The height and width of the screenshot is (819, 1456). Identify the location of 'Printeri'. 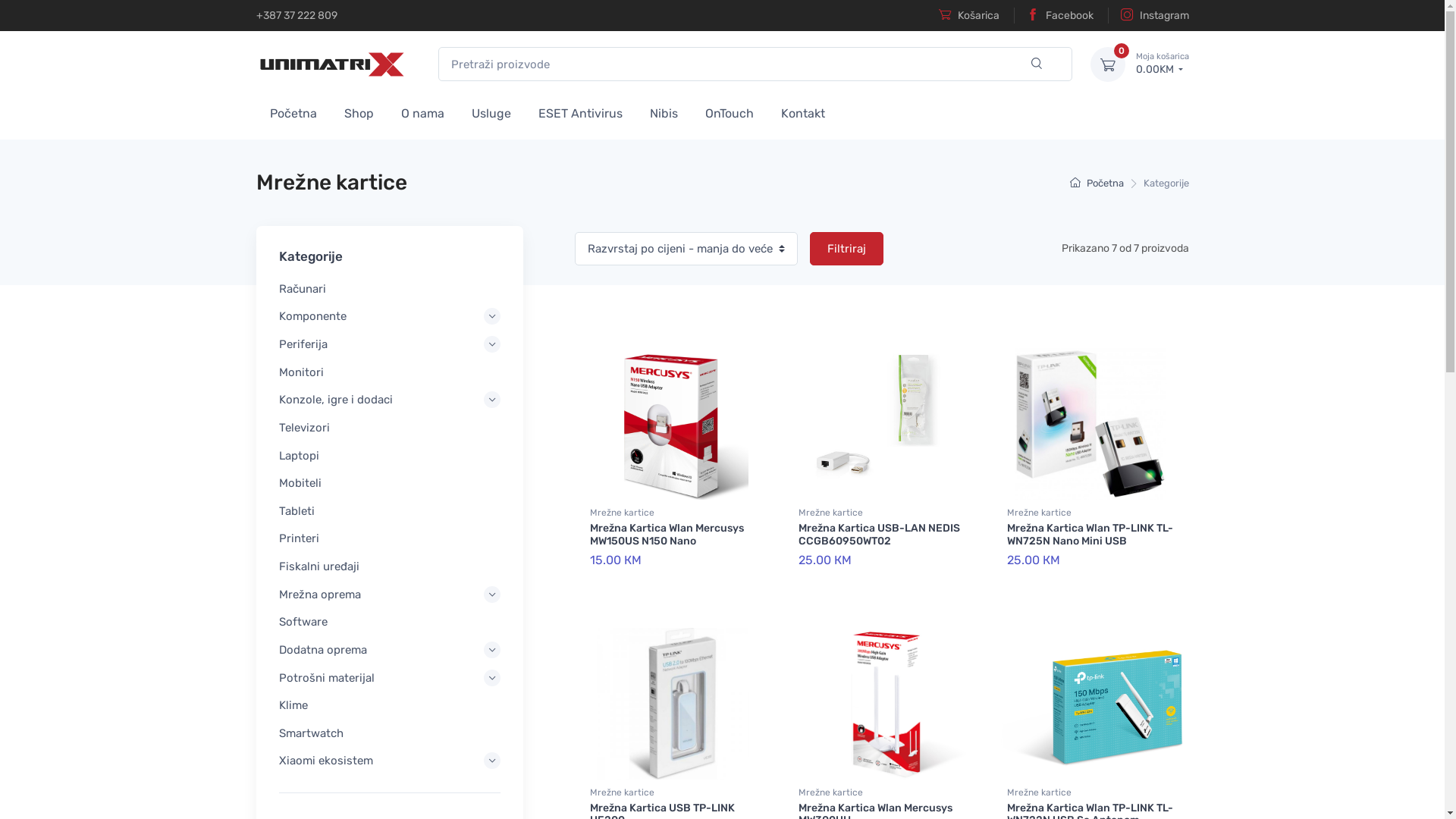
(389, 538).